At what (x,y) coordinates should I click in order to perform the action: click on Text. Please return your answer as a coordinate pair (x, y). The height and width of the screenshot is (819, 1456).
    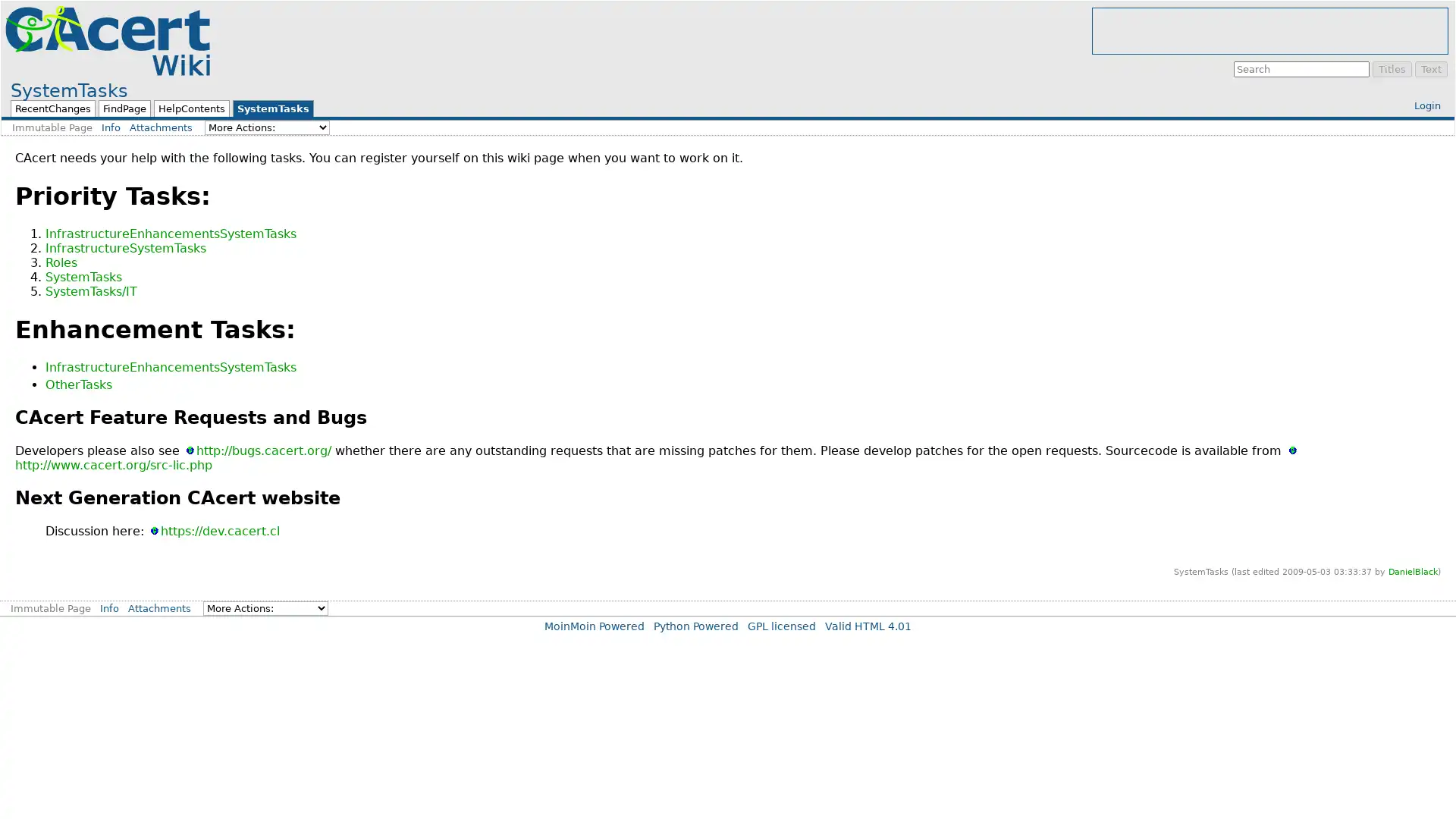
    Looking at the image, I should click on (1430, 69).